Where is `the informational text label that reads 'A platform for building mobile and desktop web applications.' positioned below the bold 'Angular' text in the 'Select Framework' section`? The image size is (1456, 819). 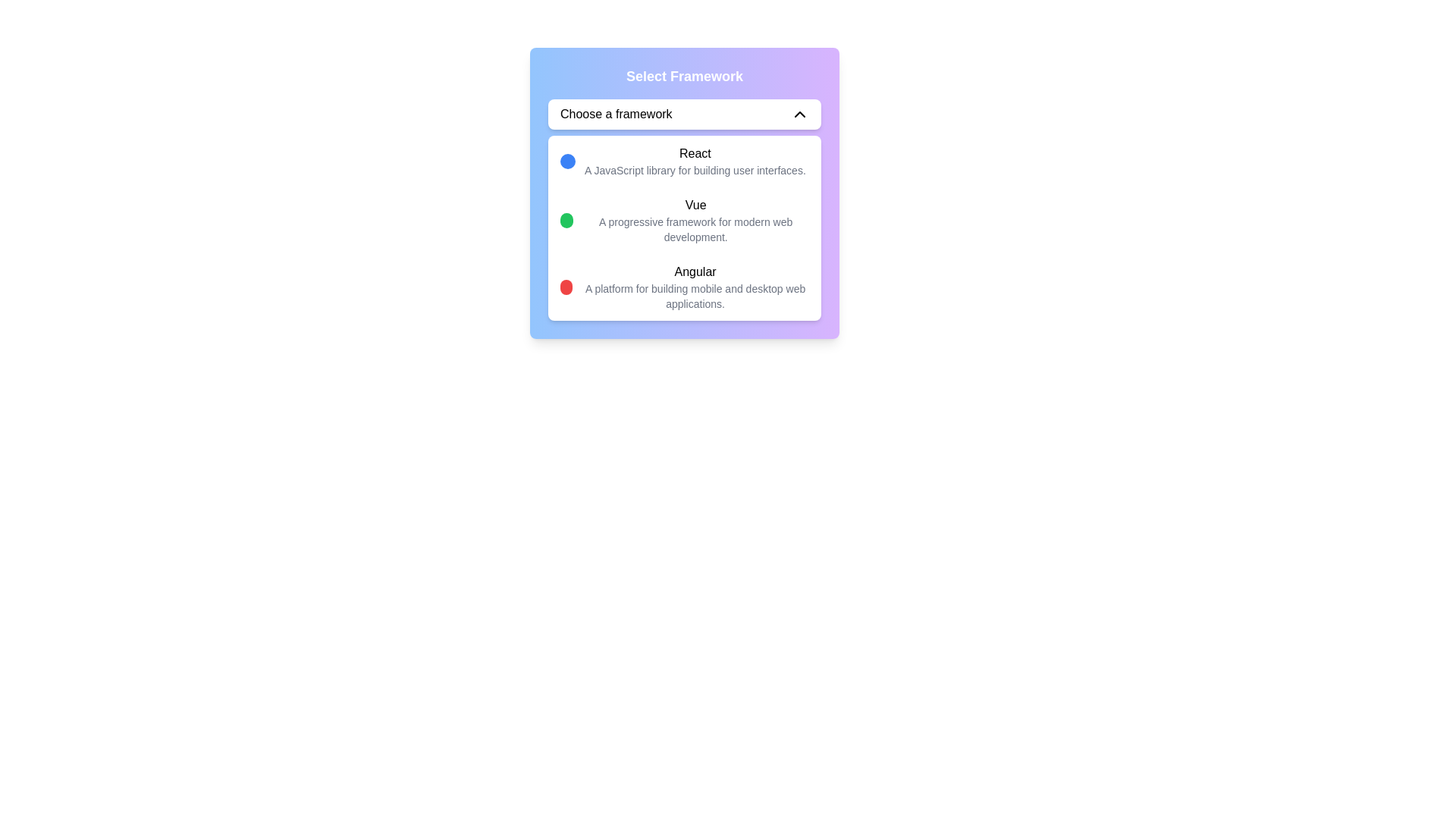 the informational text label that reads 'A platform for building mobile and desktop web applications.' positioned below the bold 'Angular' text in the 'Select Framework' section is located at coordinates (694, 296).